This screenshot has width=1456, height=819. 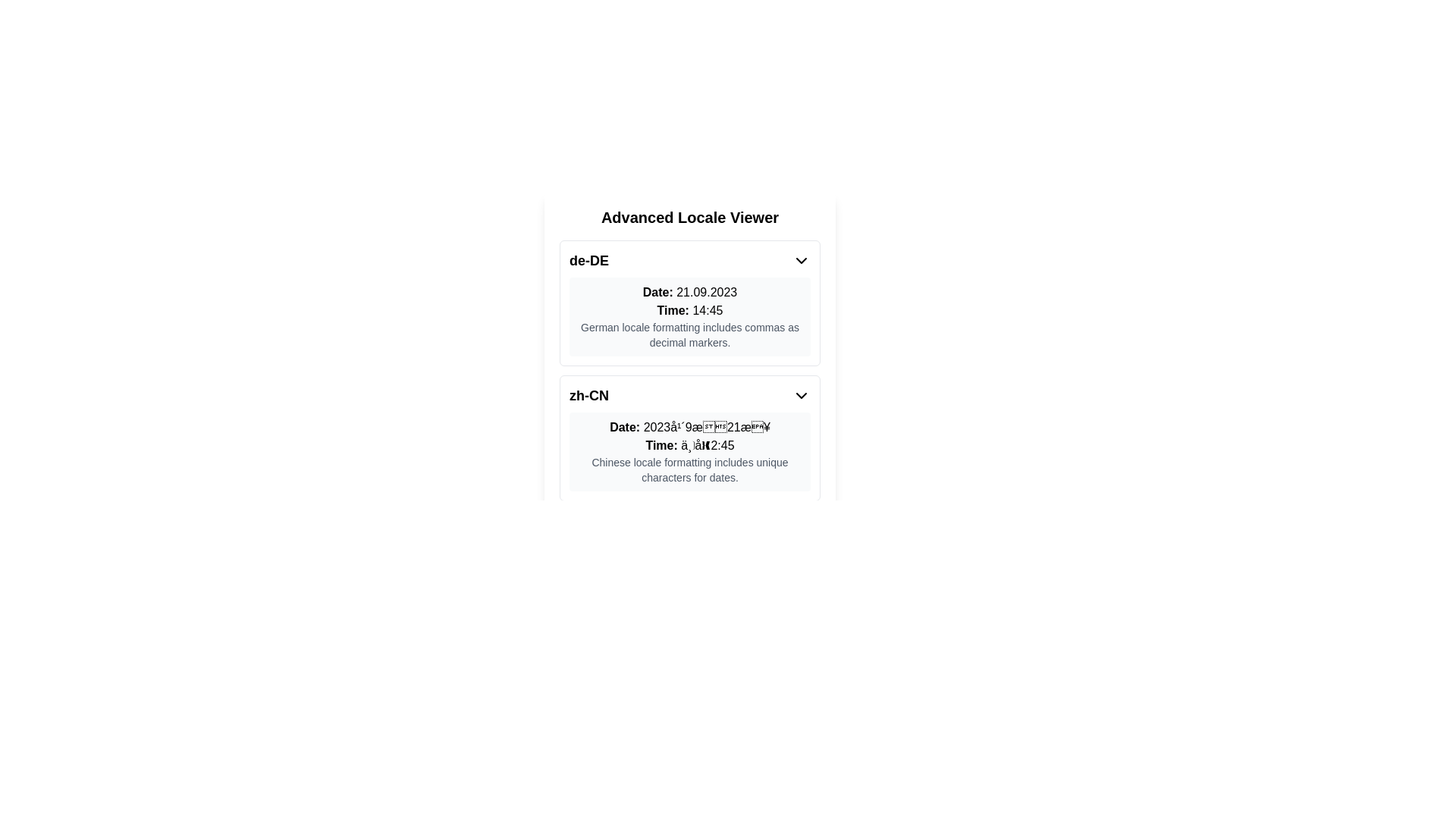 What do you see at coordinates (689, 469) in the screenshot?
I see `the informational text explaining date and time formatting in the Chinese locale, located under the 'Time:' label in the 'zh-CN' section` at bounding box center [689, 469].